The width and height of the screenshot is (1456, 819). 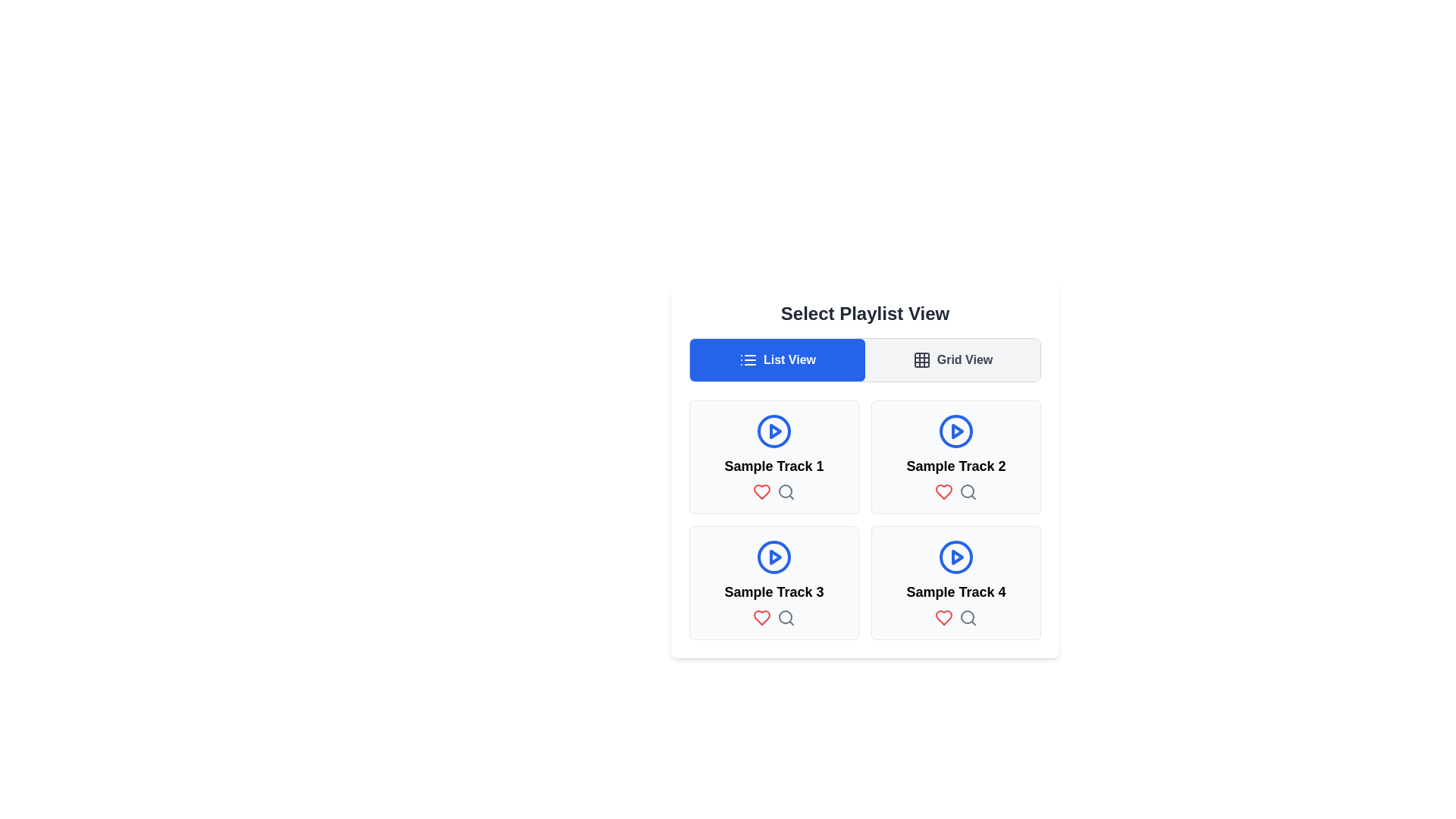 What do you see at coordinates (774, 557) in the screenshot?
I see `the circular outline within the play button icon located in the bottom-left item of the grid layout for 'Sample Track 3'` at bounding box center [774, 557].